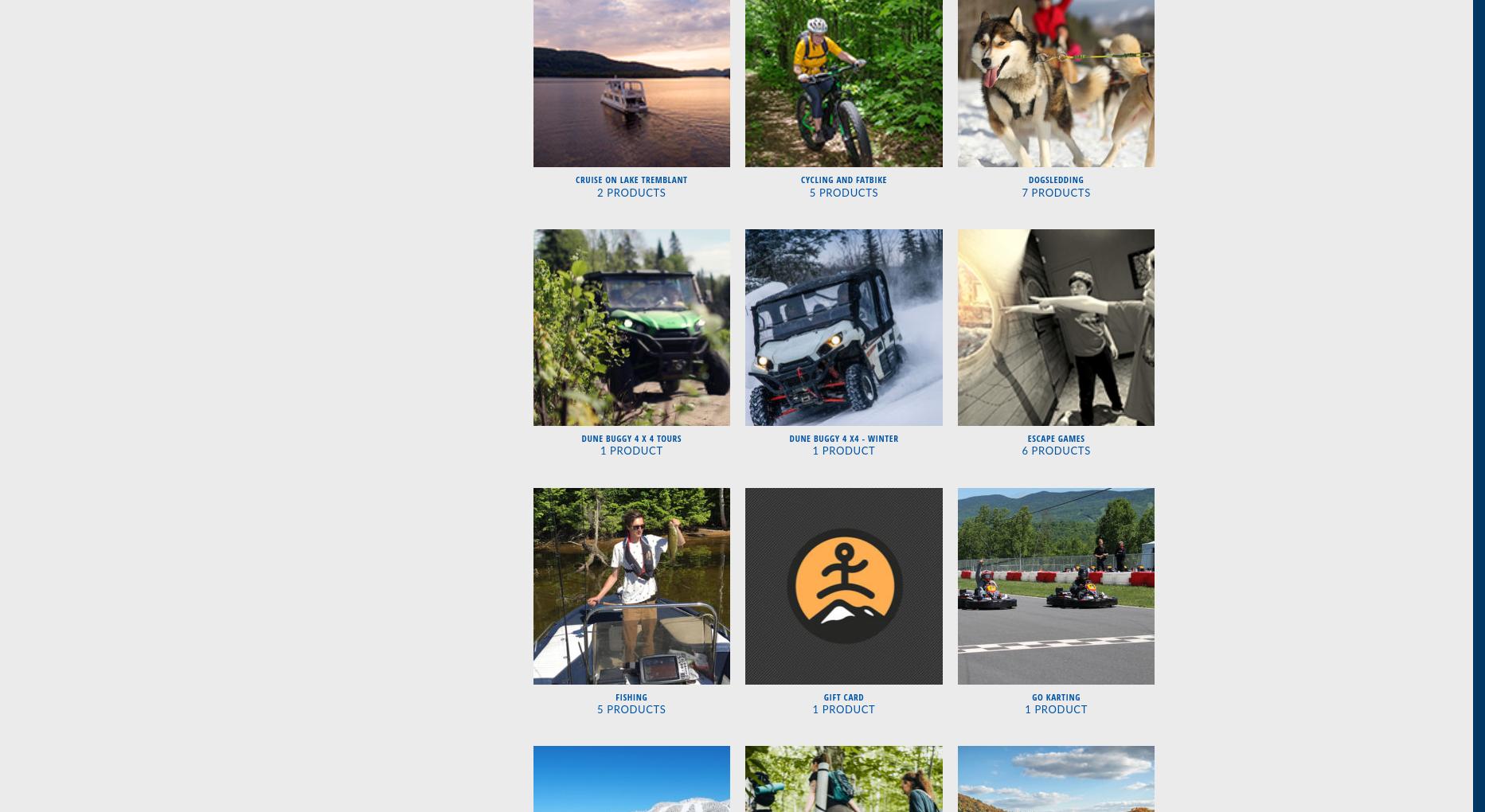 The image size is (1485, 812). I want to click on '7 Products', so click(1055, 193).